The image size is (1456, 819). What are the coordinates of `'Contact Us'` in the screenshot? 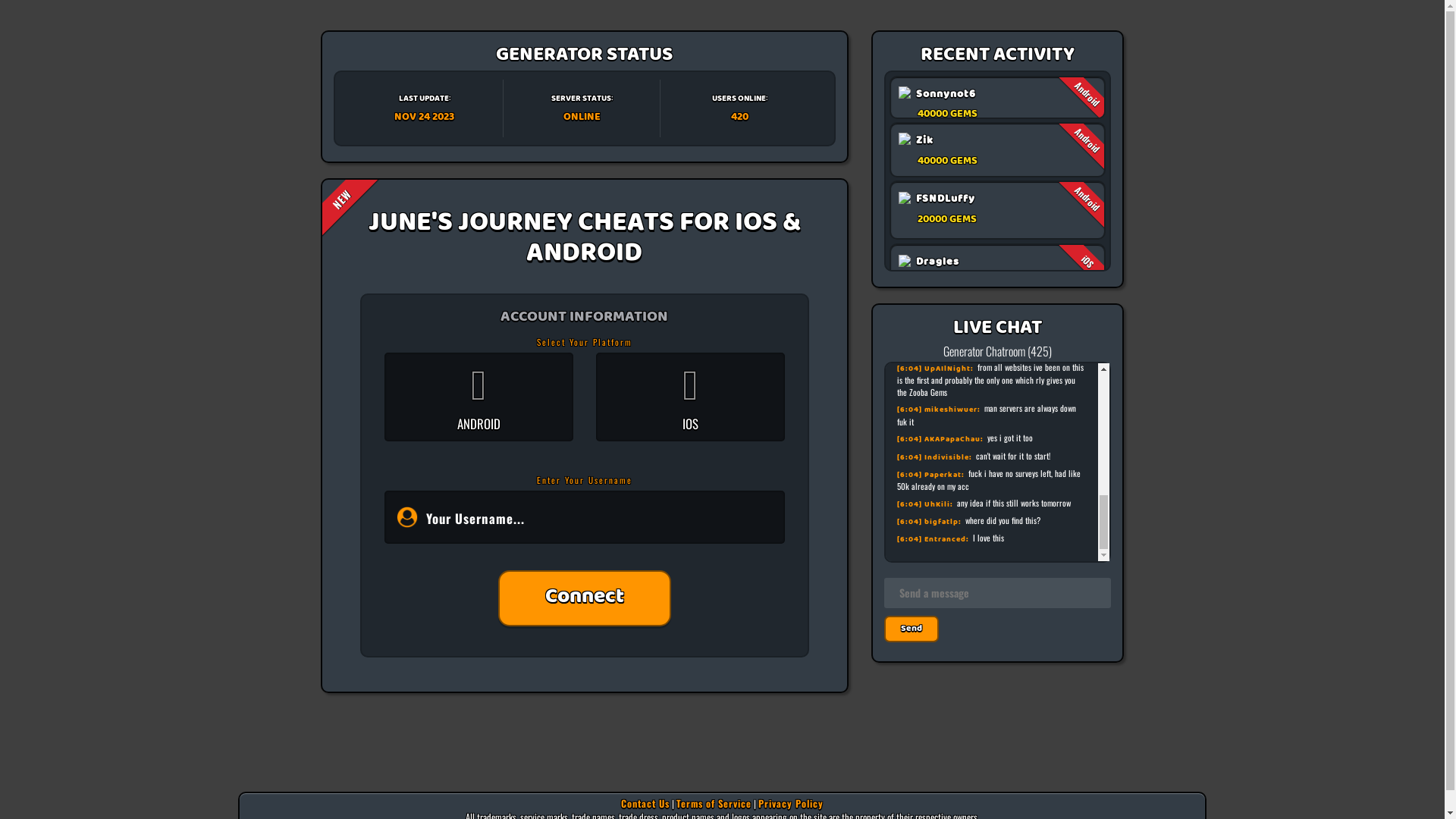 It's located at (645, 802).